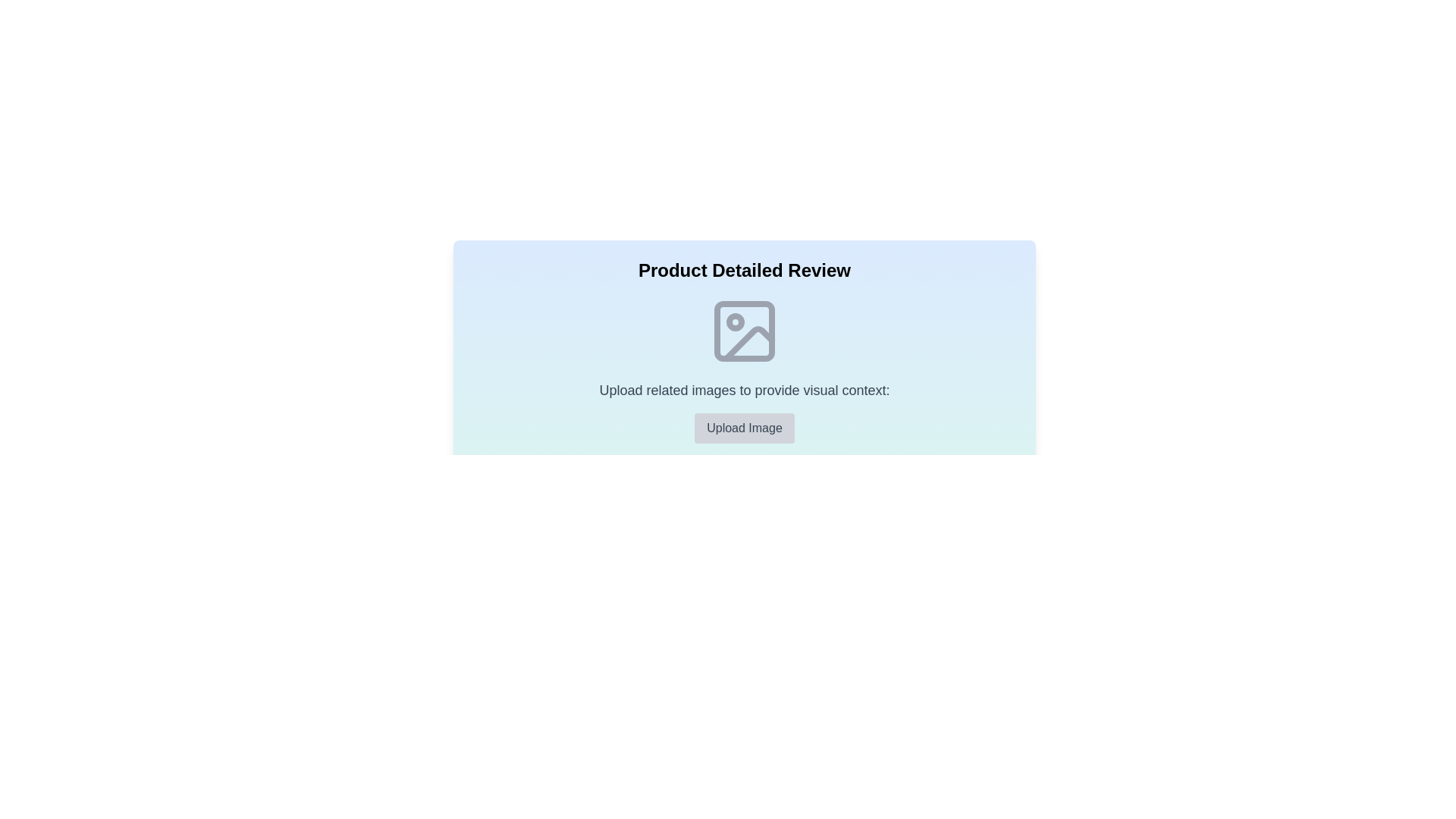 The width and height of the screenshot is (1456, 819). I want to click on the image placeholder at the center of the component, so click(745, 330).